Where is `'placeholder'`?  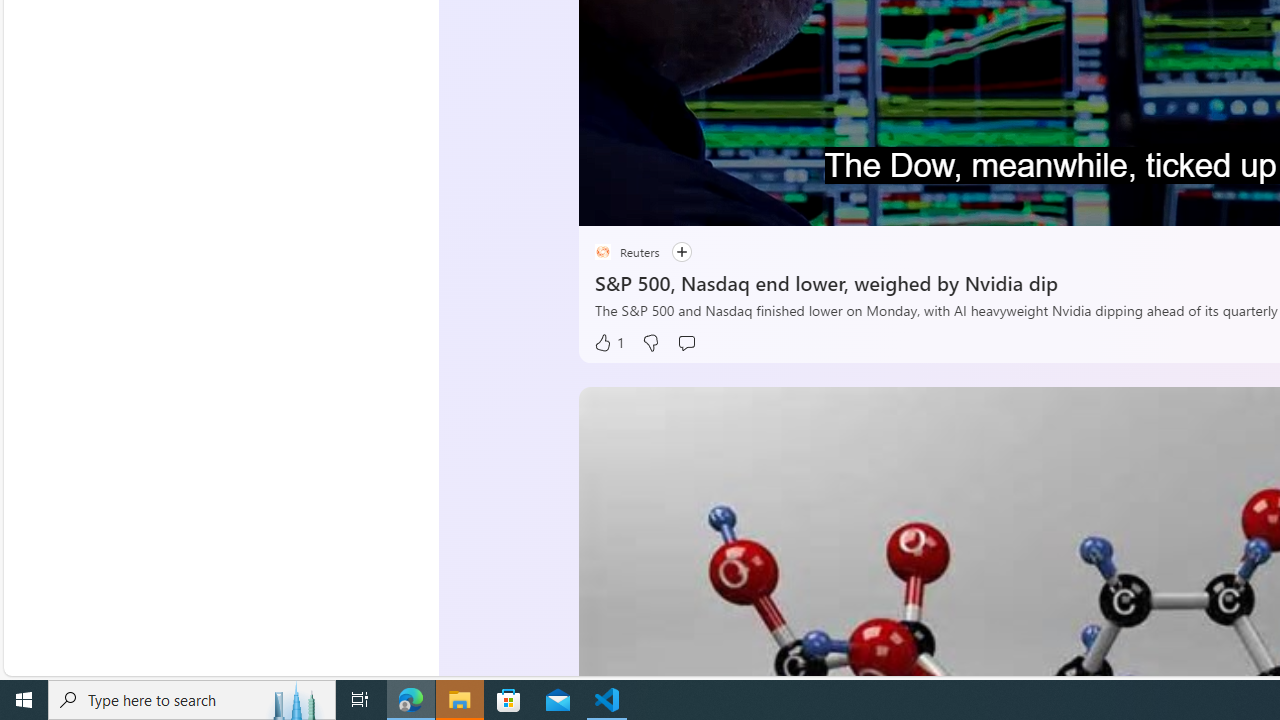 'placeholder' is located at coordinates (601, 251).